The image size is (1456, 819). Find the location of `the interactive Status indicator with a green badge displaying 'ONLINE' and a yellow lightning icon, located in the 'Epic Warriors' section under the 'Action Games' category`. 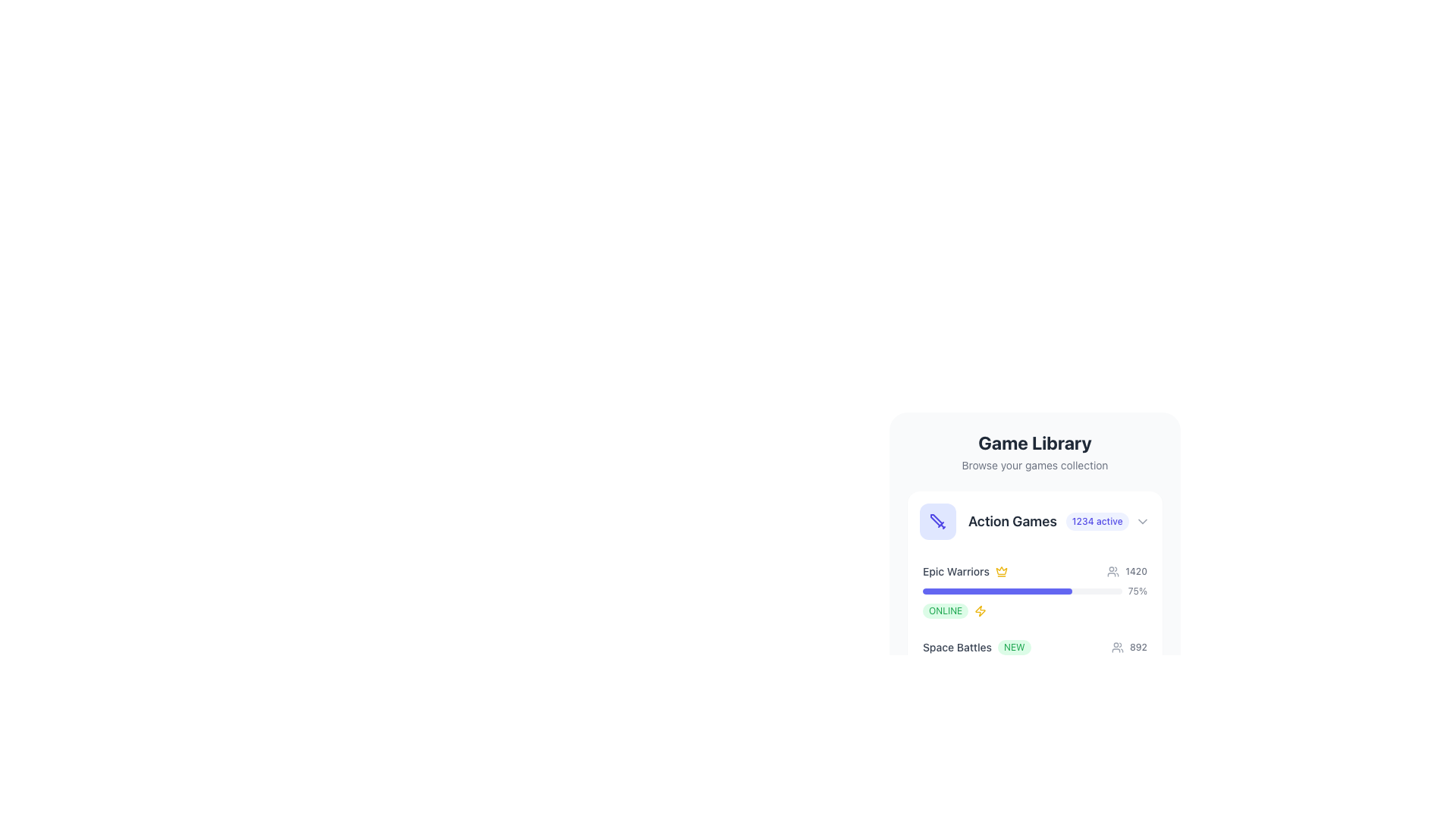

the interactive Status indicator with a green badge displaying 'ONLINE' and a yellow lightning icon, located in the 'Epic Warriors' section under the 'Action Games' category is located at coordinates (1034, 610).